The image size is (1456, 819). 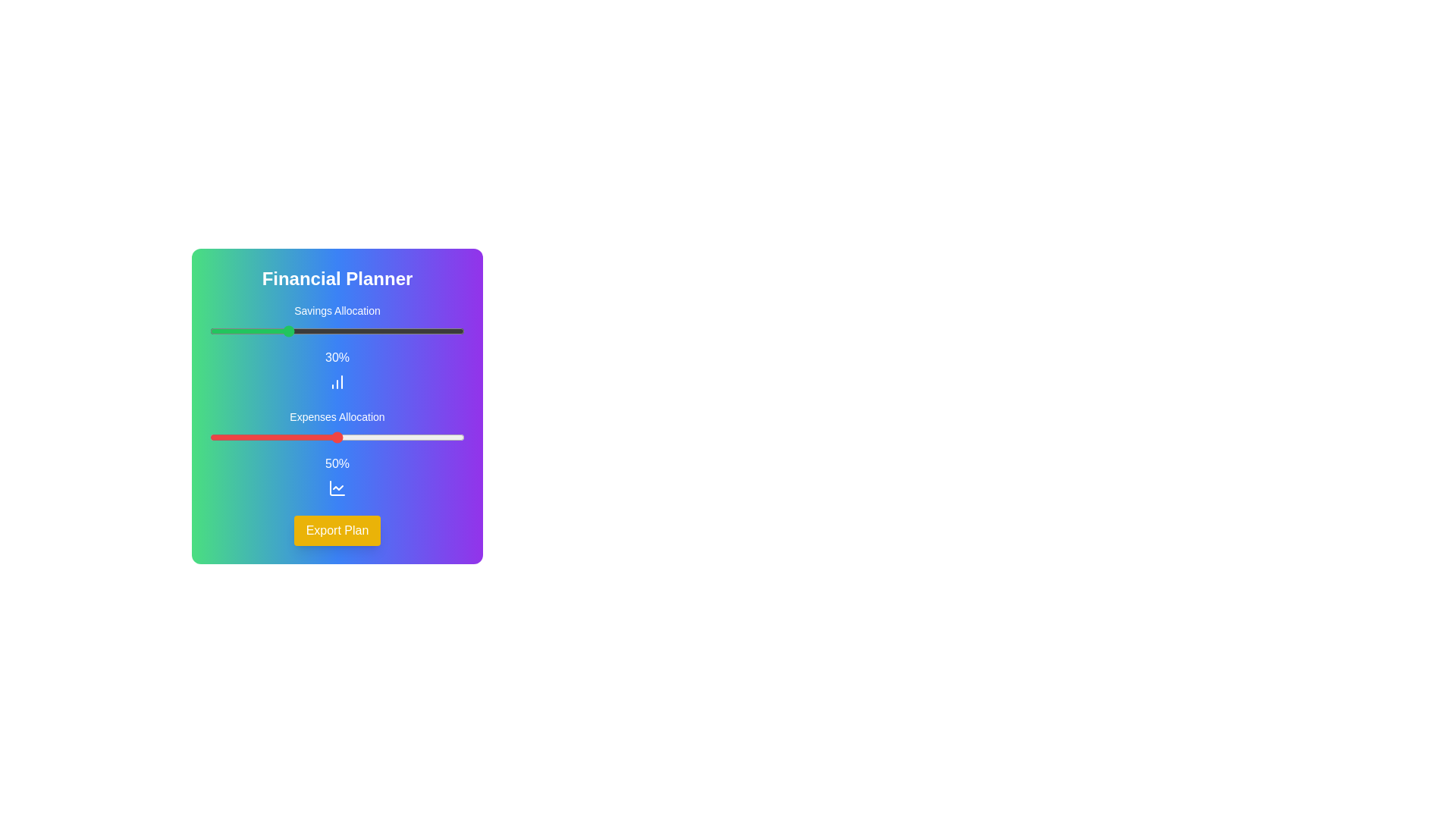 What do you see at coordinates (337, 406) in the screenshot?
I see `the Interactive Card for financial planning, which is centrally positioned and serves as the primary card in this section` at bounding box center [337, 406].